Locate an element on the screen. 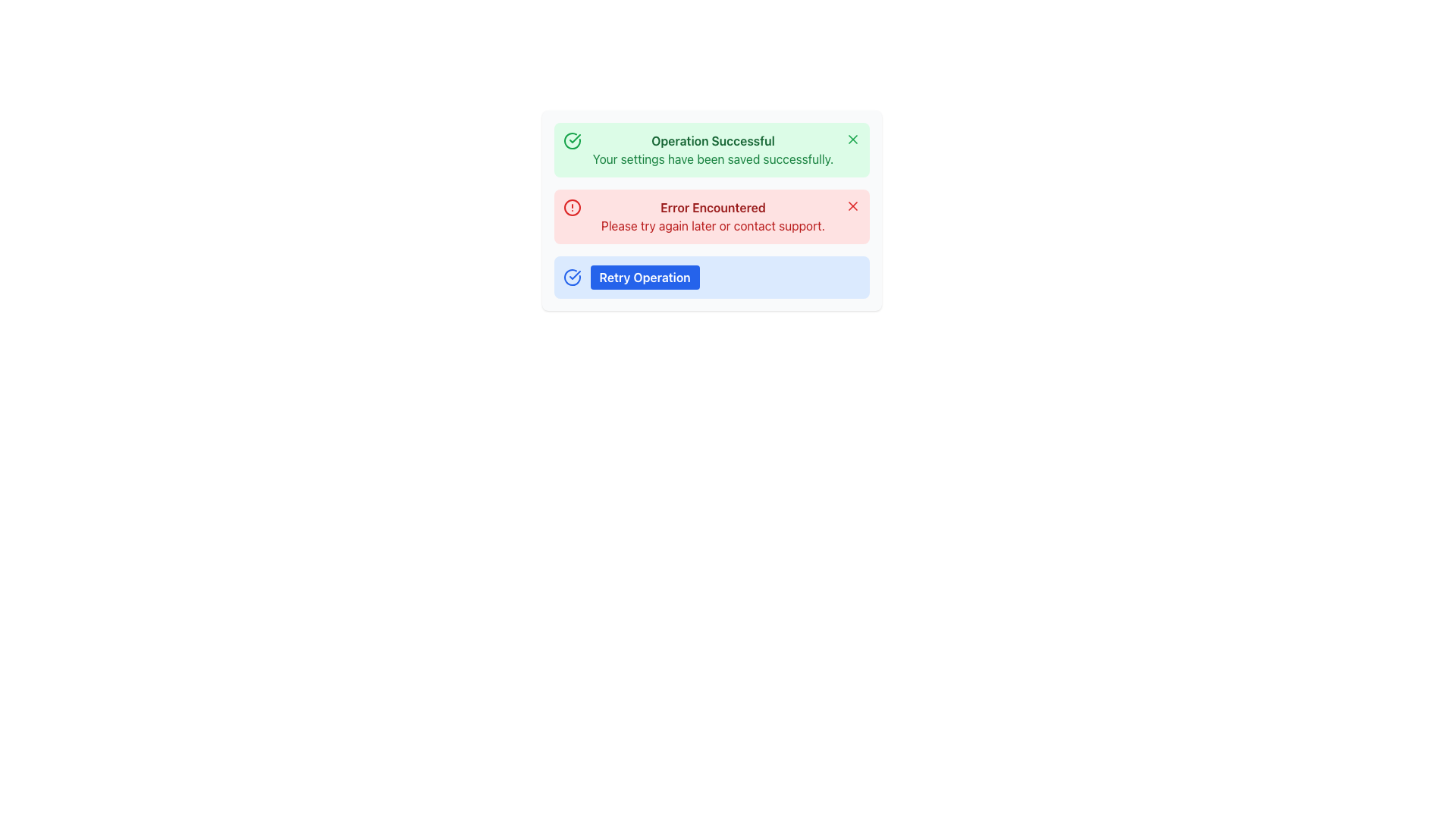  error message displayed in the alert box with a red background and dismissible 'X' icon, which states 'Error Encountered' and 'Please try again later or contact support.' is located at coordinates (711, 216).